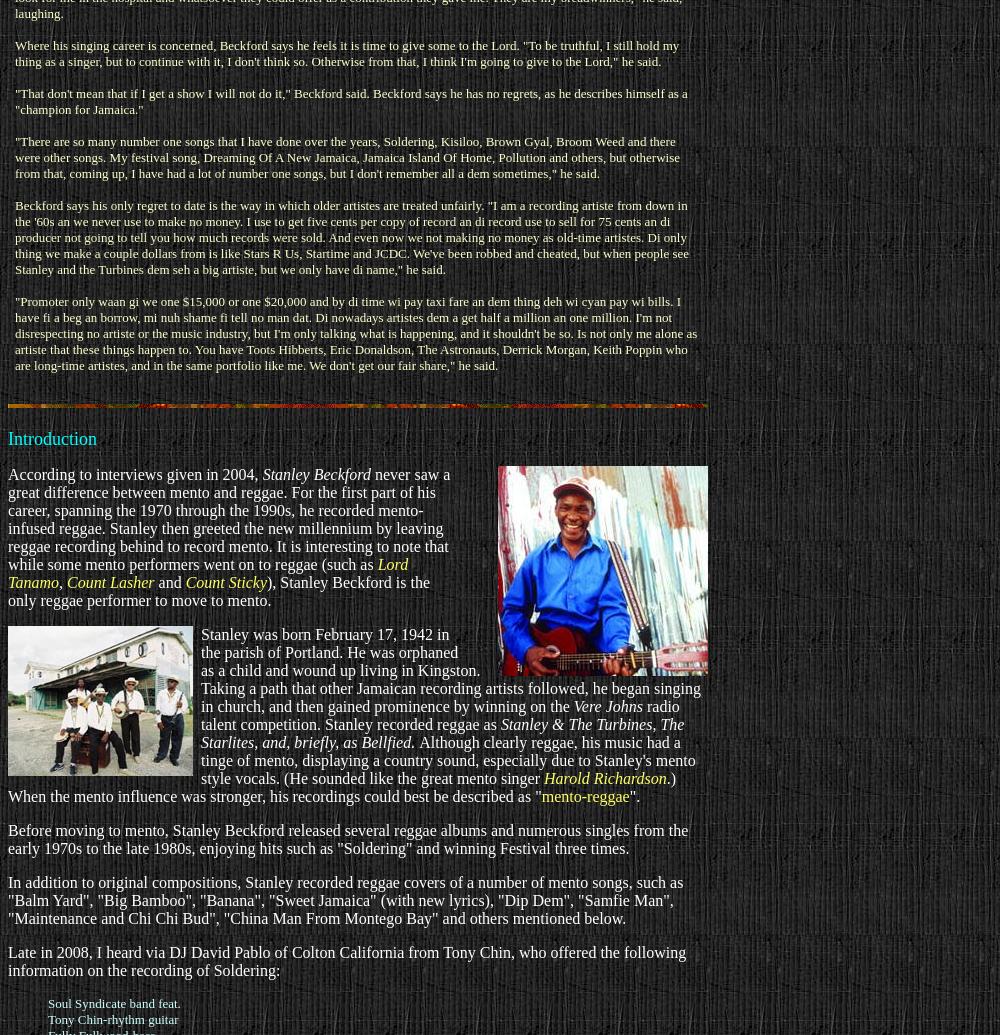  Describe the element at coordinates (344, 899) in the screenshot. I see `'In addition to original 
		compositions, Stanley recorded reggae covers of a number of mento songs, 
		such as "Balm Yard", "Big Bamboo", "Banana", "Sweet 
			Jamaica" (with new lyrics), "Dip Dem", "Samfie Man", "Maintenance and Chi 
			Chi Bud", "China Man From Montego Bay" and others mentioned below.'` at that location.